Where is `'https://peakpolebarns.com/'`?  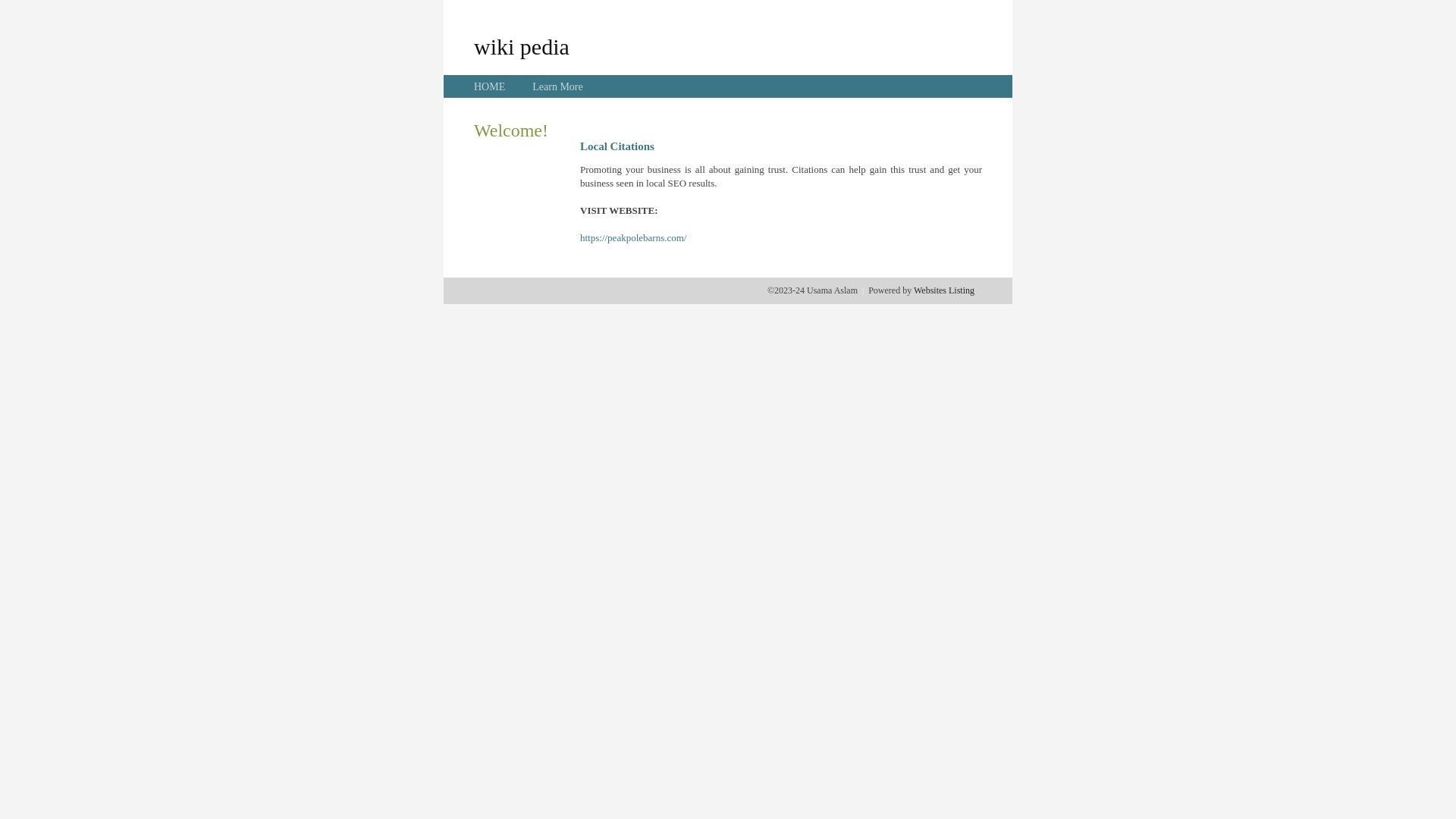 'https://peakpolebarns.com/' is located at coordinates (633, 237).